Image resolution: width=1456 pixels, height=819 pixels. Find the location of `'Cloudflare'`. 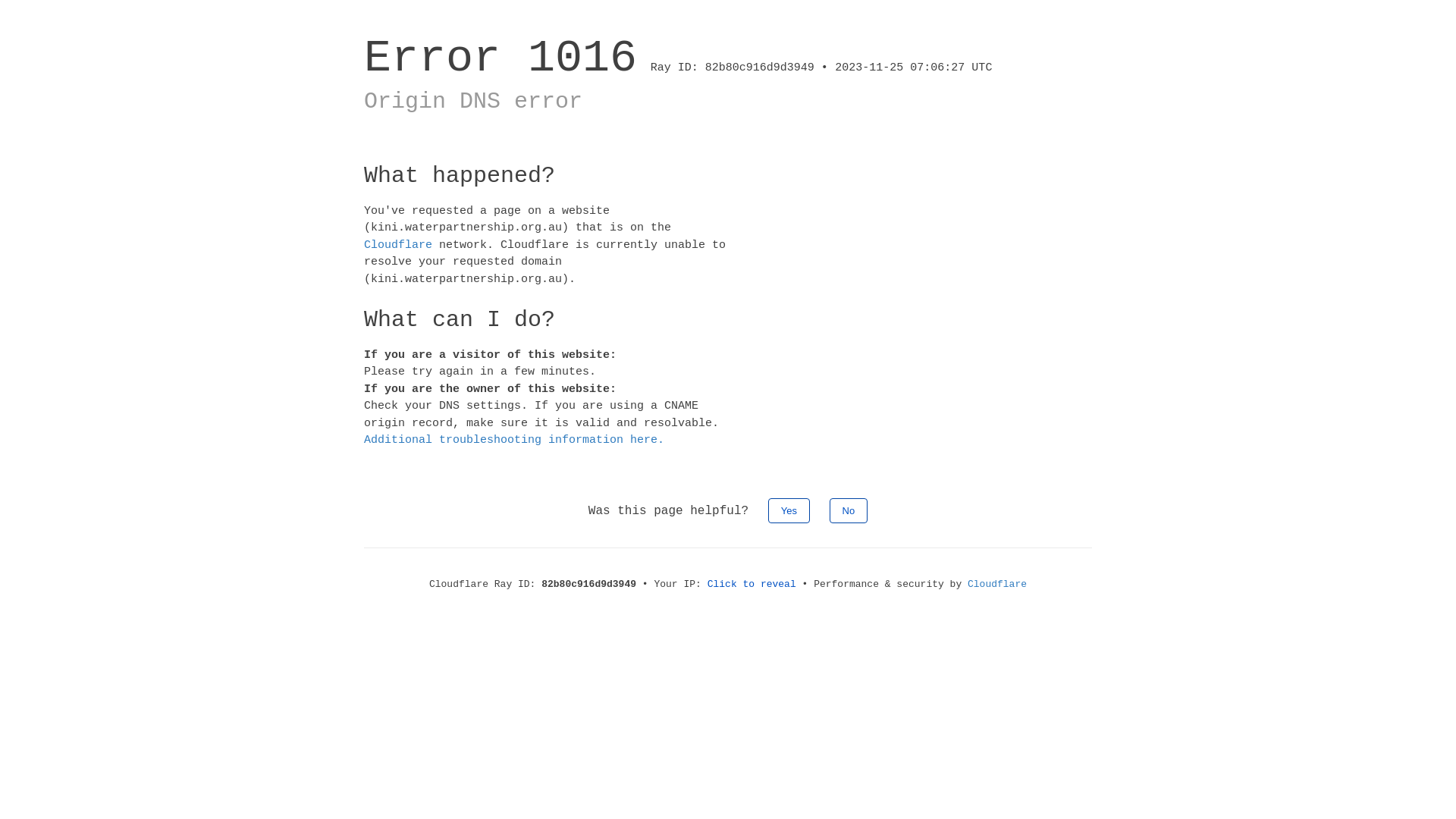

'Cloudflare' is located at coordinates (397, 243).